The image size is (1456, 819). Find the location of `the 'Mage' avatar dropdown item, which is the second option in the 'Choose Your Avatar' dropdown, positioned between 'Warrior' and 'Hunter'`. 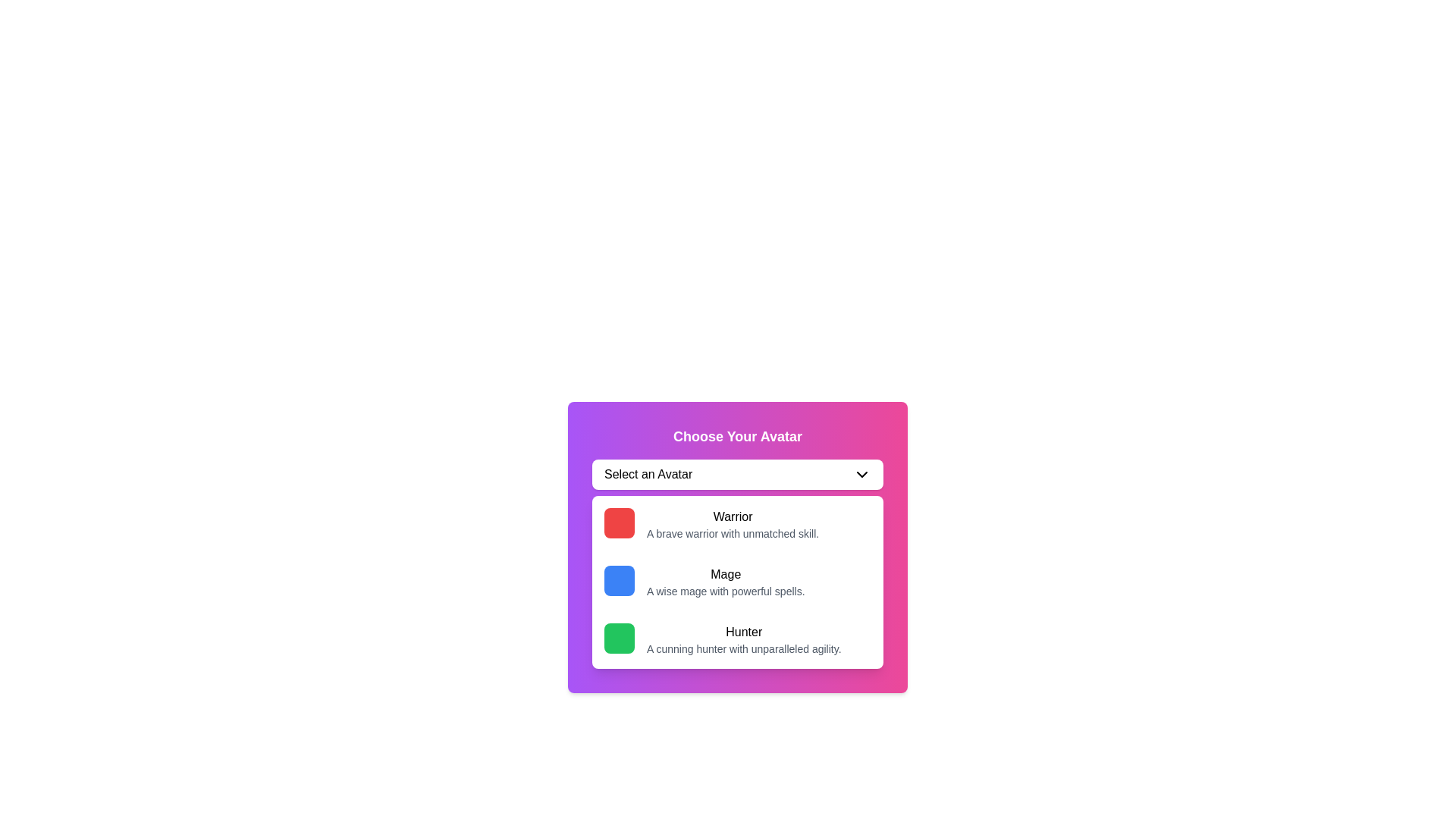

the 'Mage' avatar dropdown item, which is the second option in the 'Choose Your Avatar' dropdown, positioned between 'Warrior' and 'Hunter' is located at coordinates (738, 564).